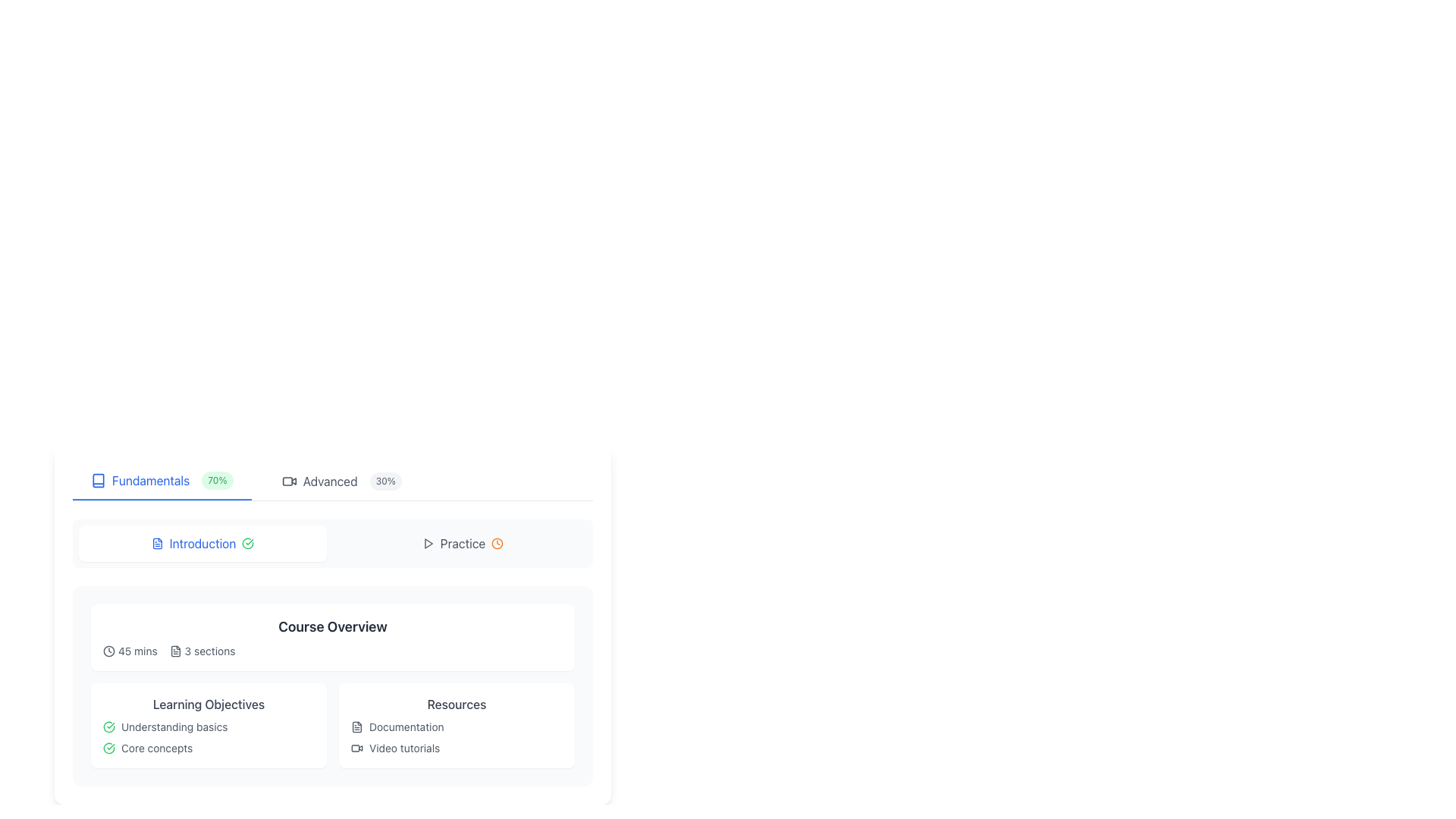 This screenshot has width=1456, height=819. I want to click on the displayed percentage value of the Tag showing '70%' in green with a rounded rectangular background, located to the right of the 'Fundamentals' label, so click(216, 480).